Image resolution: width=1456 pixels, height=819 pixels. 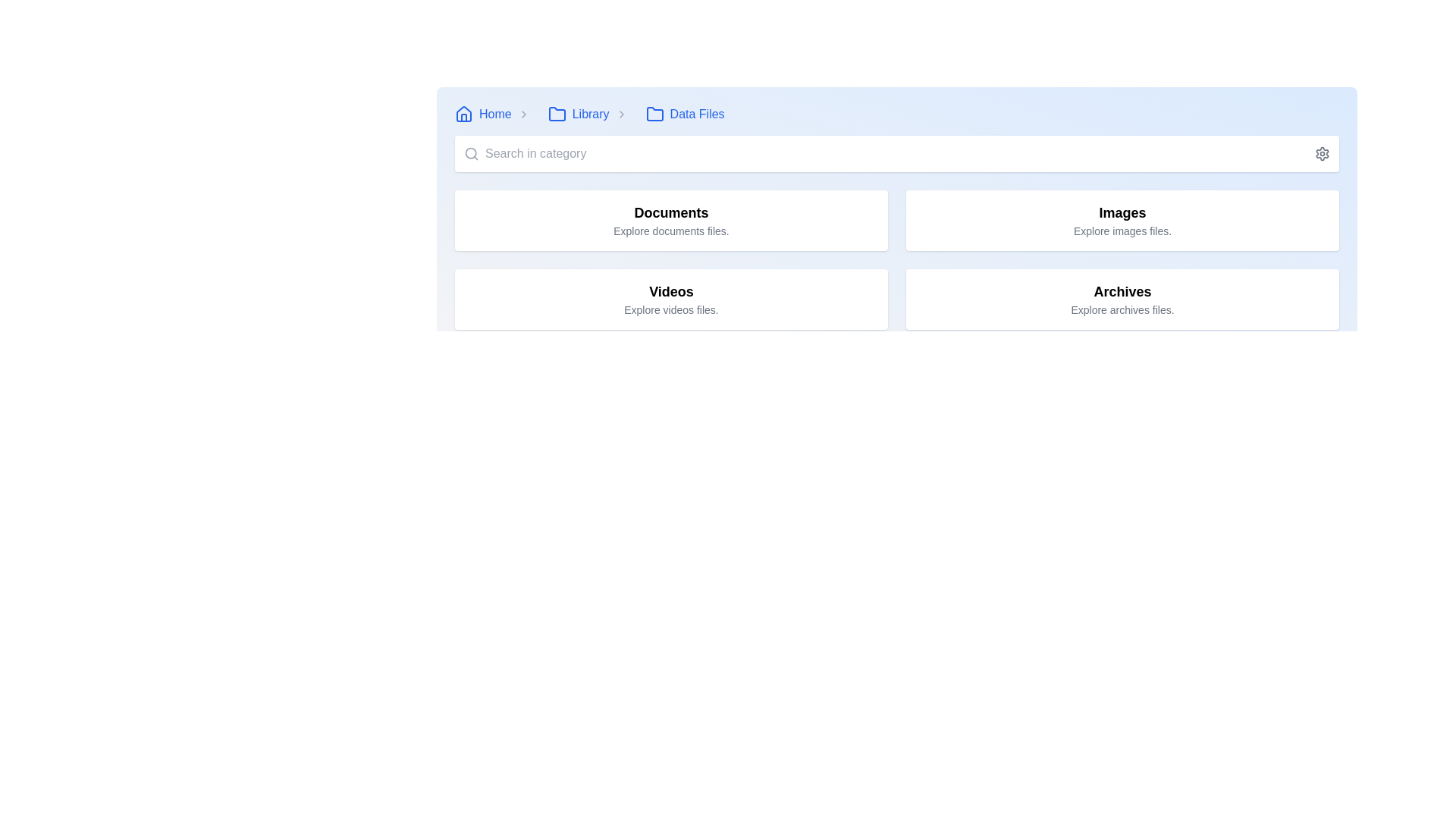 What do you see at coordinates (1122, 231) in the screenshot?
I see `the static text element reading 'Explore images files.' which is styled in gray and positioned directly below the title 'Images' in the top-right section of the grid layout` at bounding box center [1122, 231].